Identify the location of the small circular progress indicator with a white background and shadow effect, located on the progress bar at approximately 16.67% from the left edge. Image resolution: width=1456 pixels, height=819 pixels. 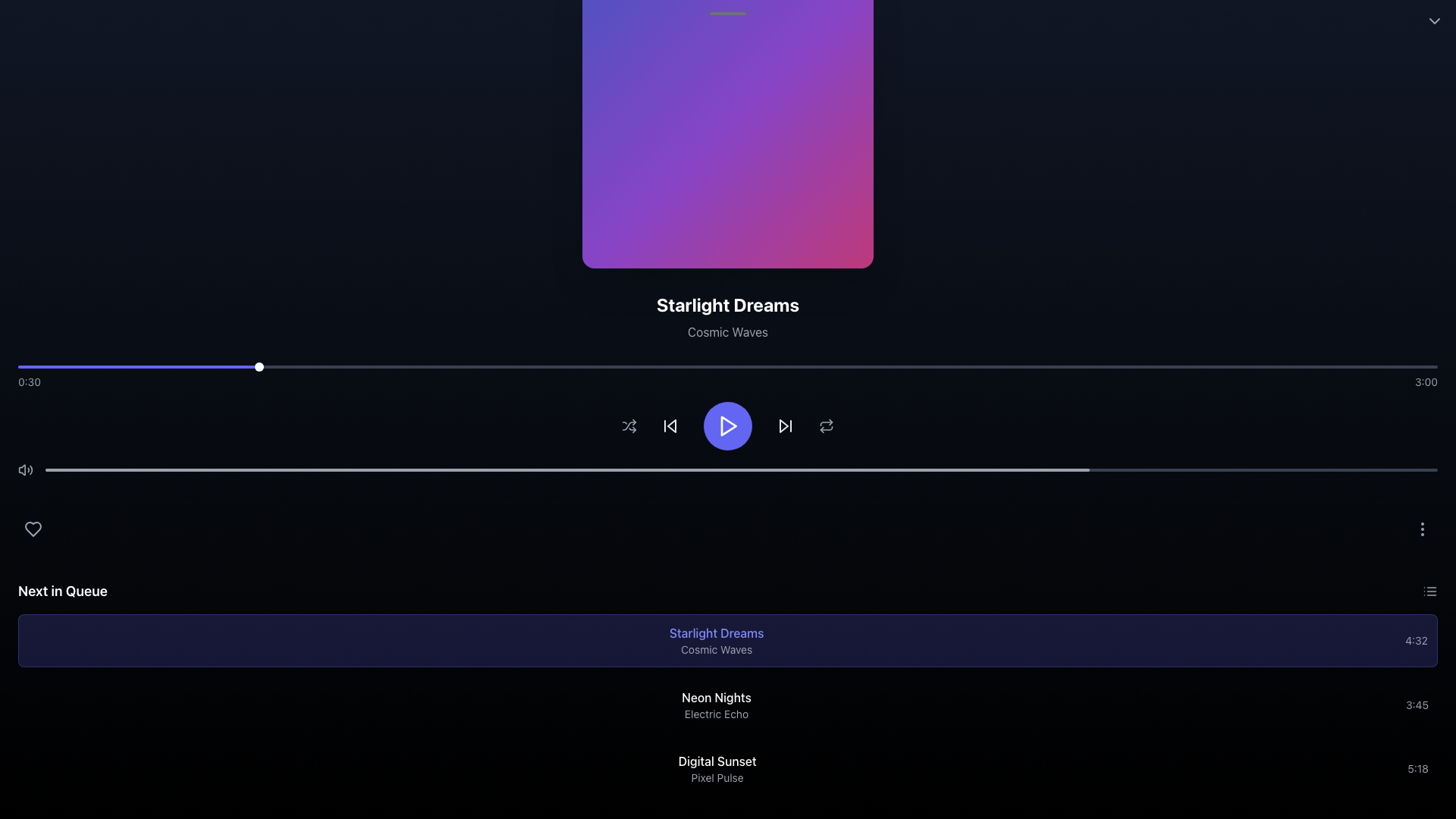
(259, 366).